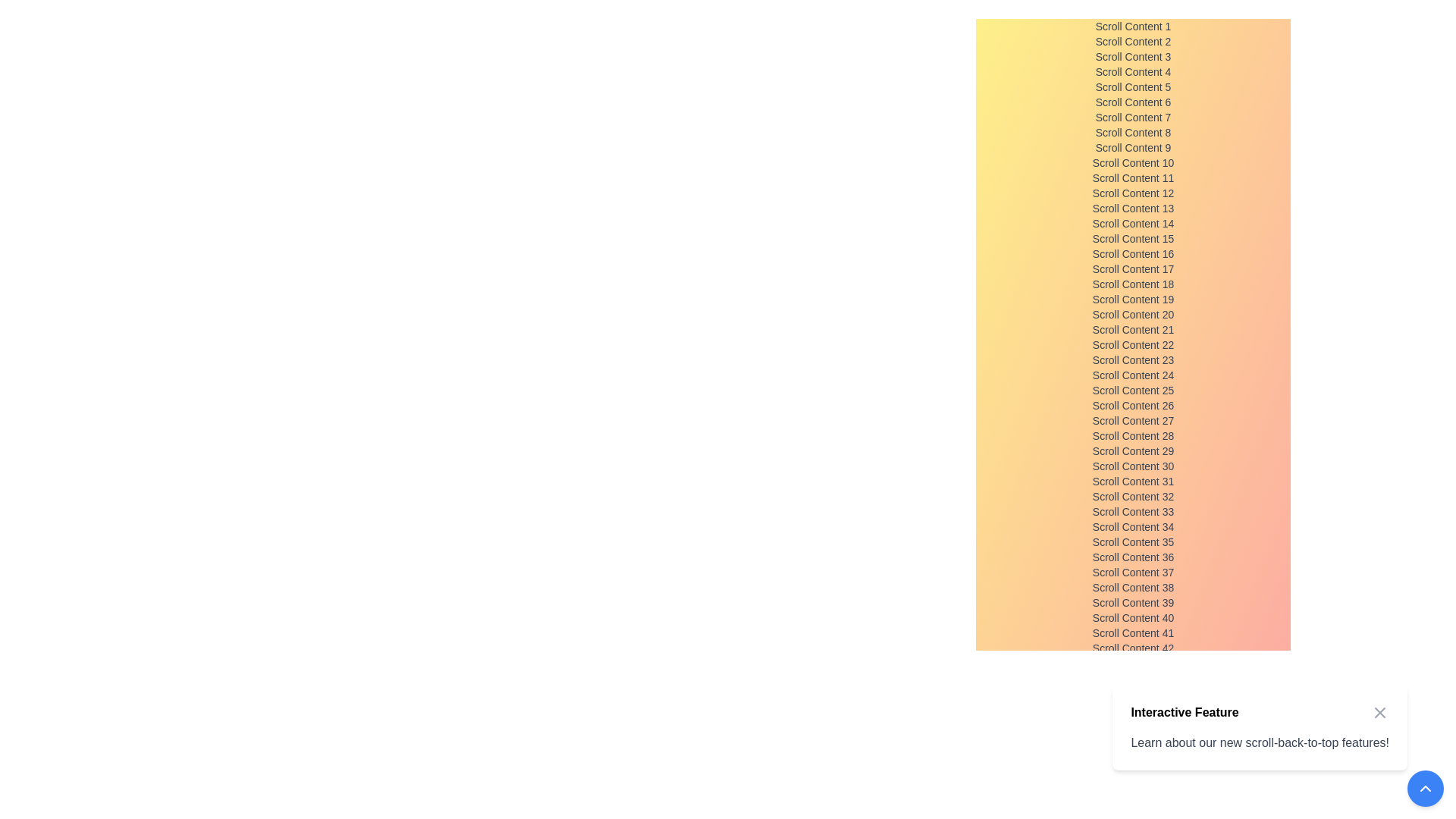  I want to click on the text label that displays 'Scroll Content 3', which is the third item in a vertical list of text elements with a gradient background, so click(1133, 55).